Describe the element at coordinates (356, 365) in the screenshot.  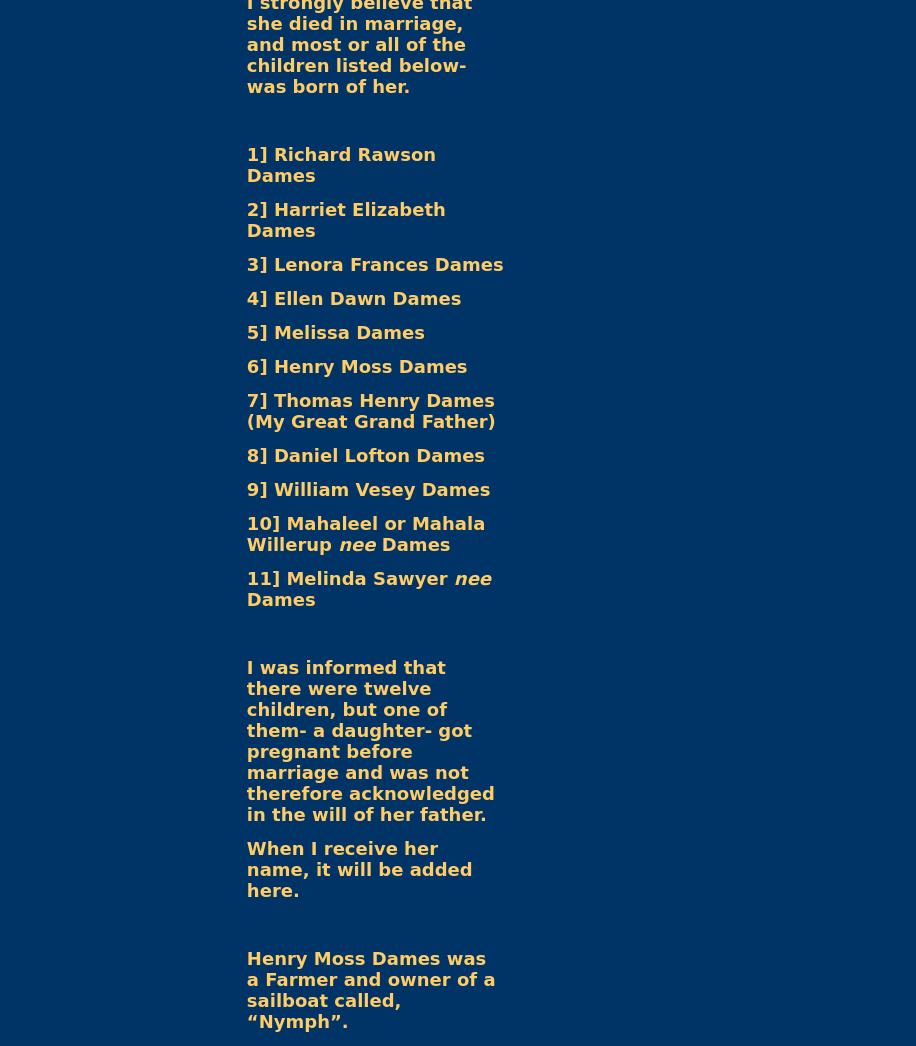
I see `'6] Henry Moss Dames'` at that location.